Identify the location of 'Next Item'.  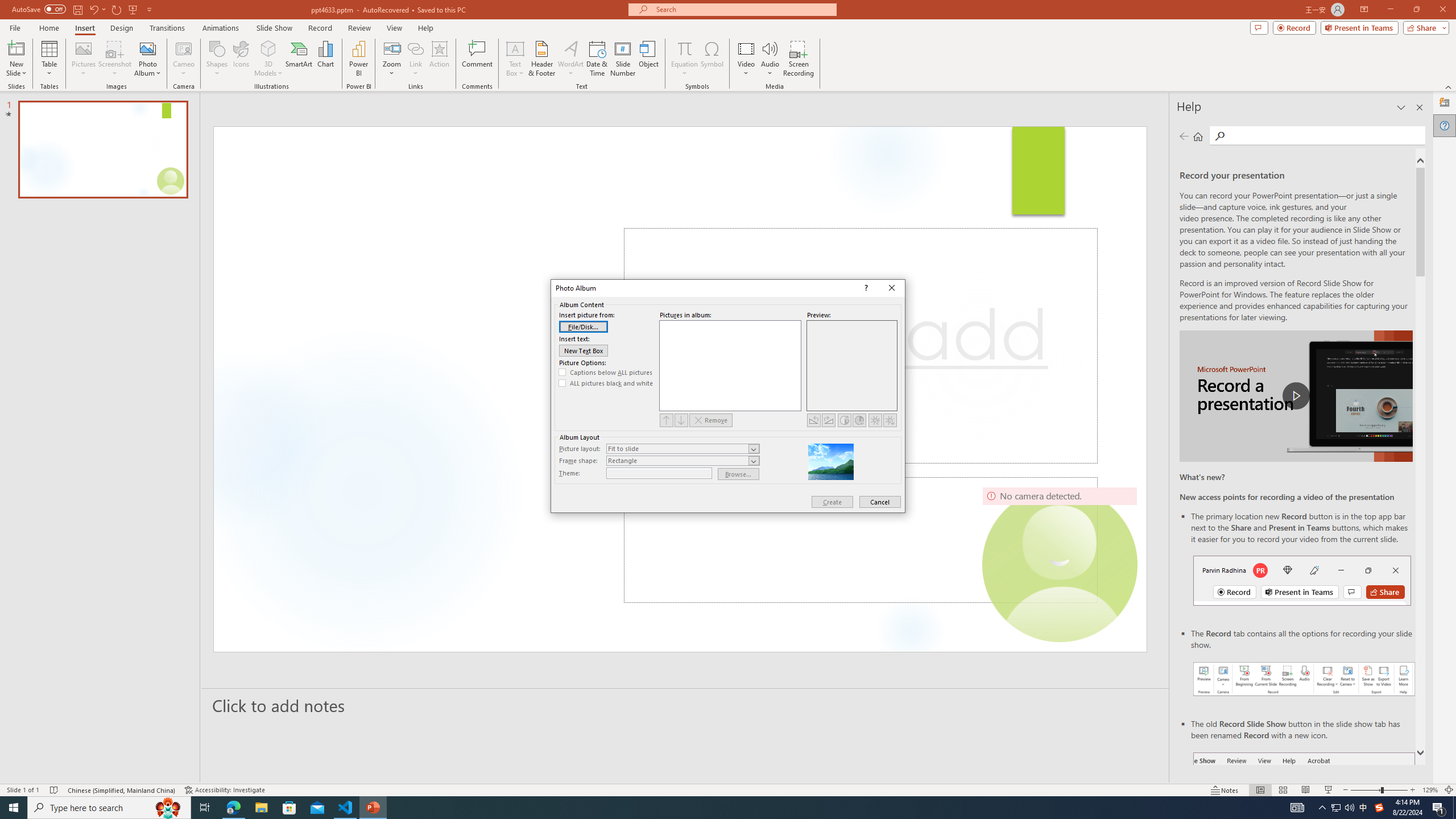
(681, 420).